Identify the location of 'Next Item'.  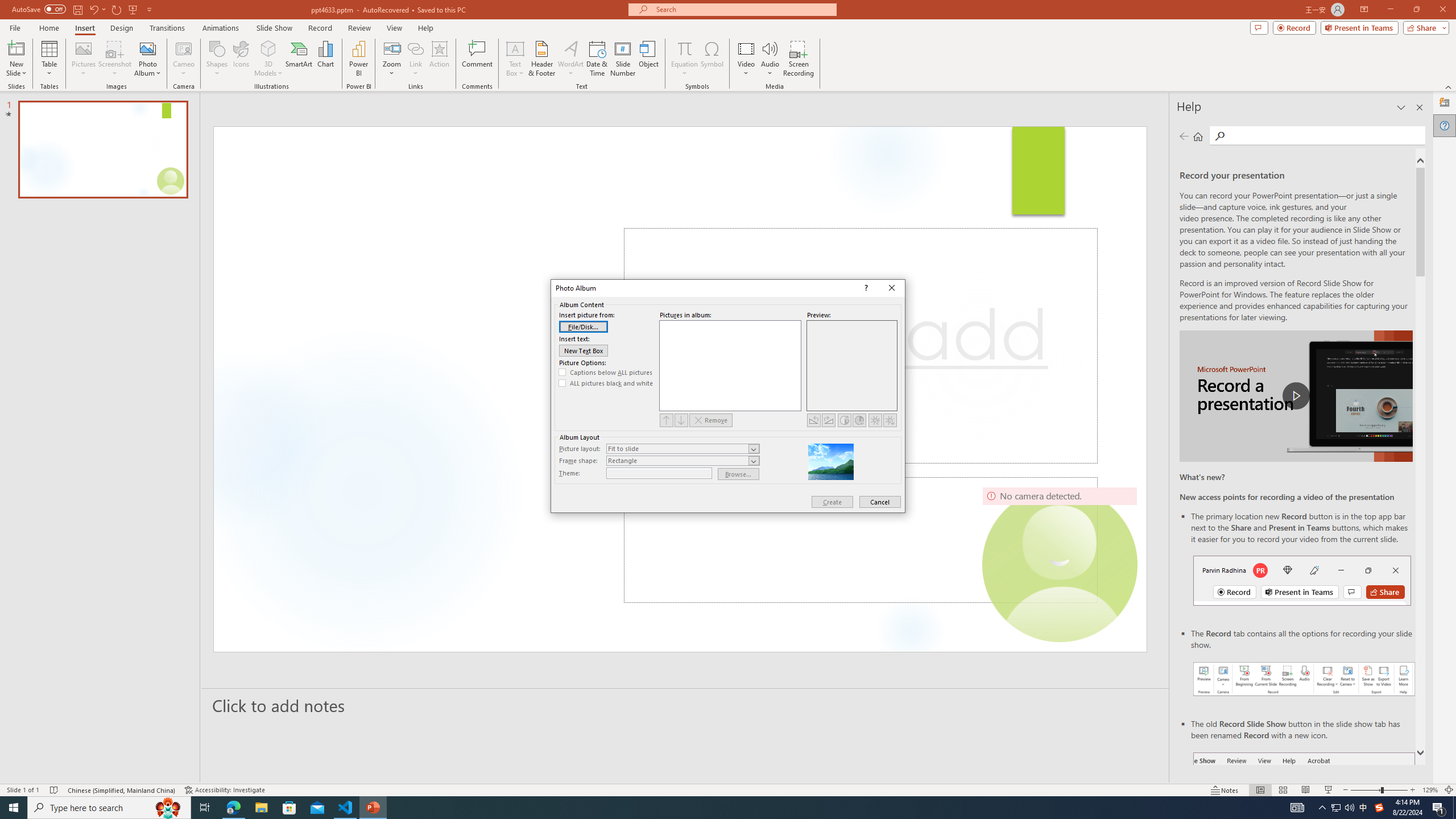
(681, 420).